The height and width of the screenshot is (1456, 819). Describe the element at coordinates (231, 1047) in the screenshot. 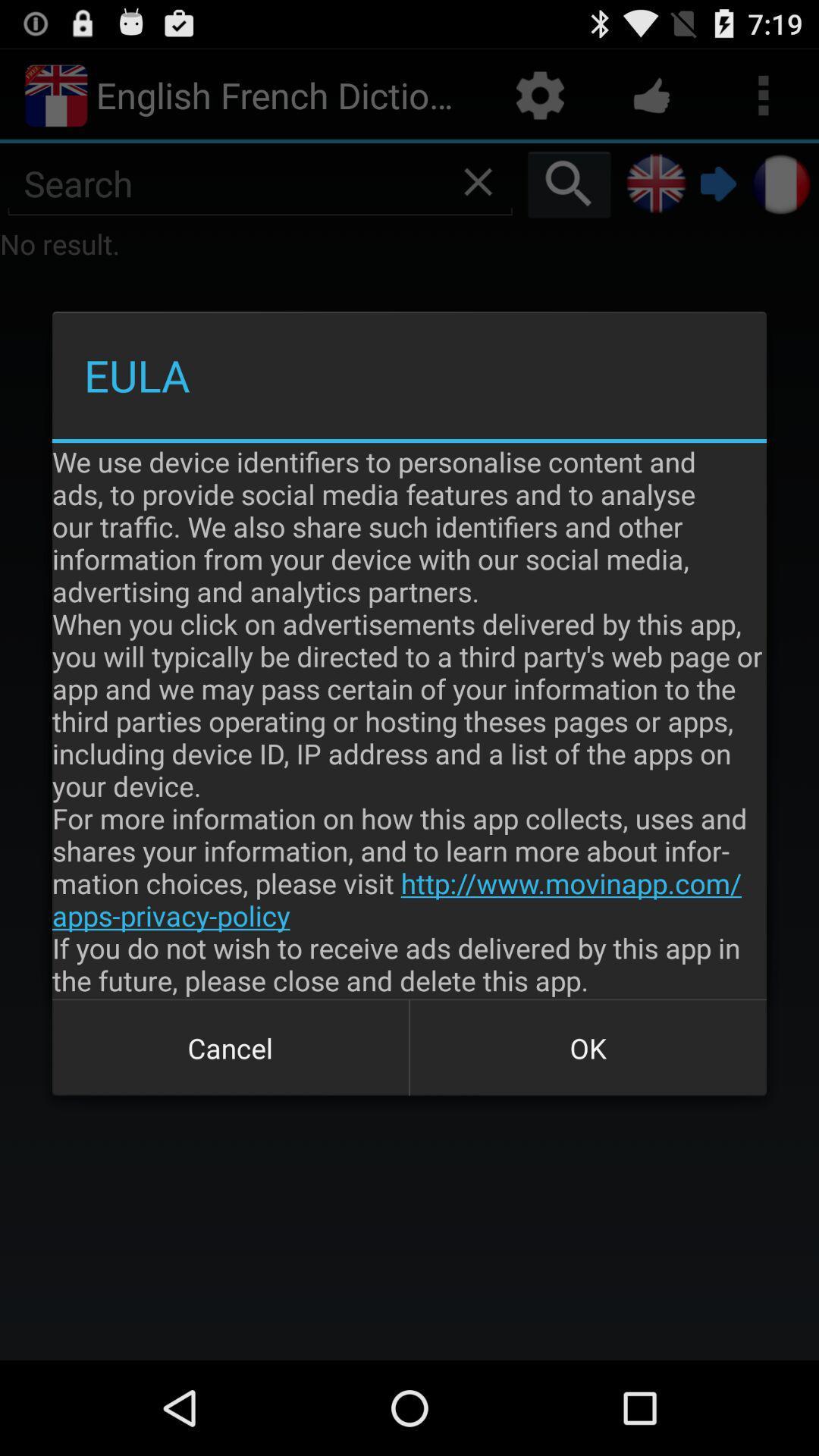

I see `cancel button` at that location.